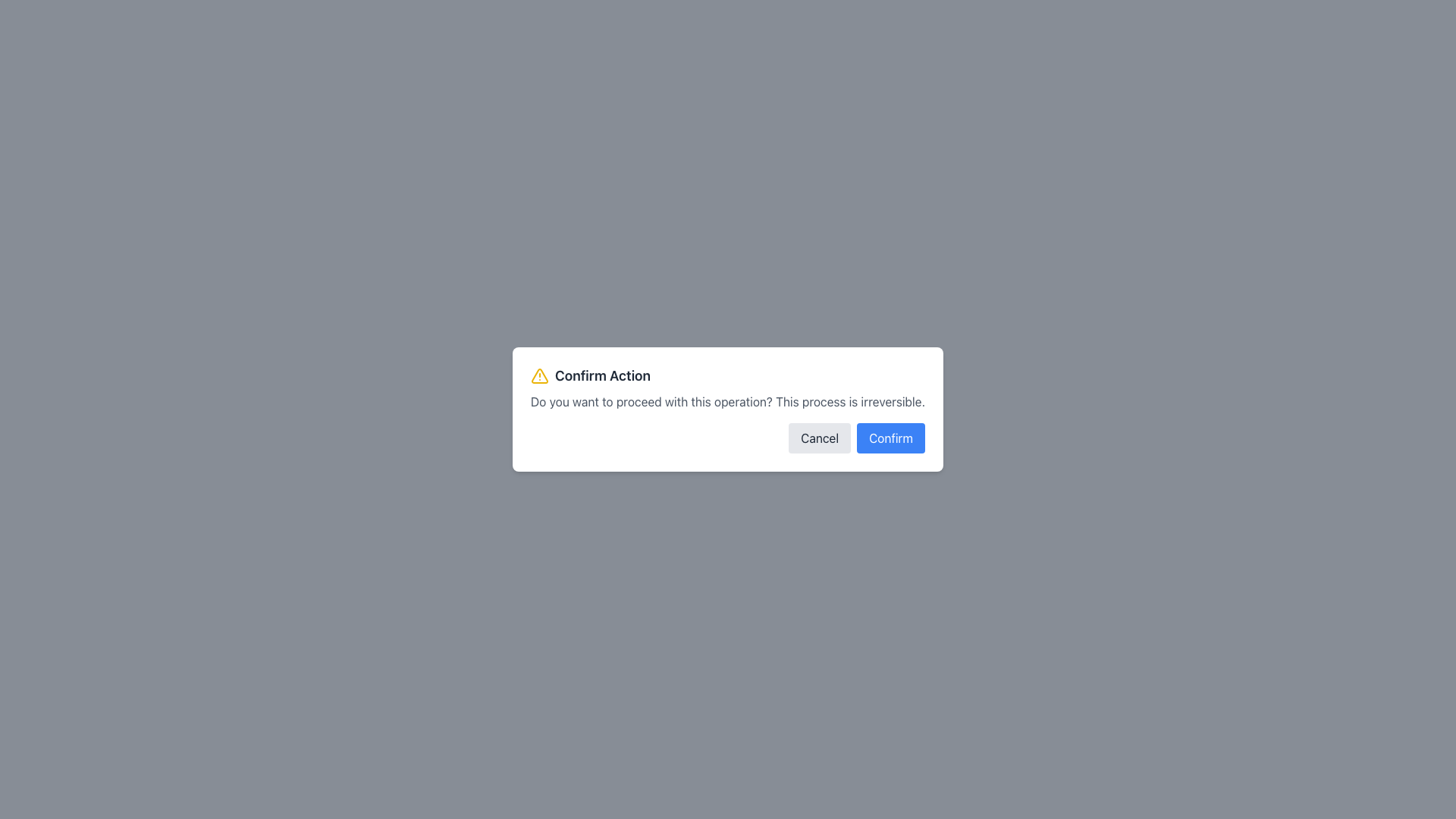  I want to click on the confirmation button located at the bottom-right of the modal dialog, so click(891, 438).